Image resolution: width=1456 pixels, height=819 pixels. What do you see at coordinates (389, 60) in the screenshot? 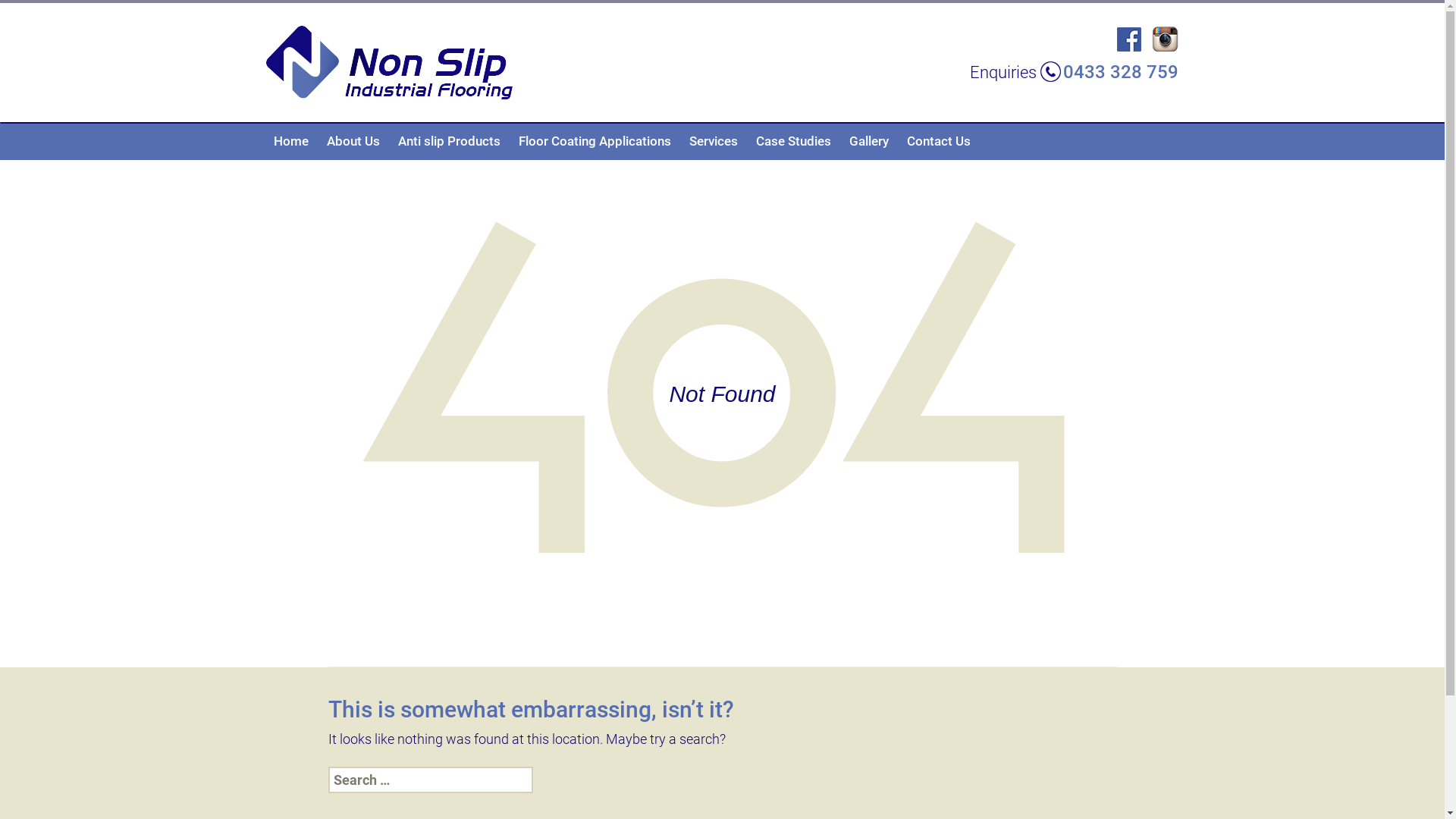
I see `'Non Slip Industrial Flooring'` at bounding box center [389, 60].